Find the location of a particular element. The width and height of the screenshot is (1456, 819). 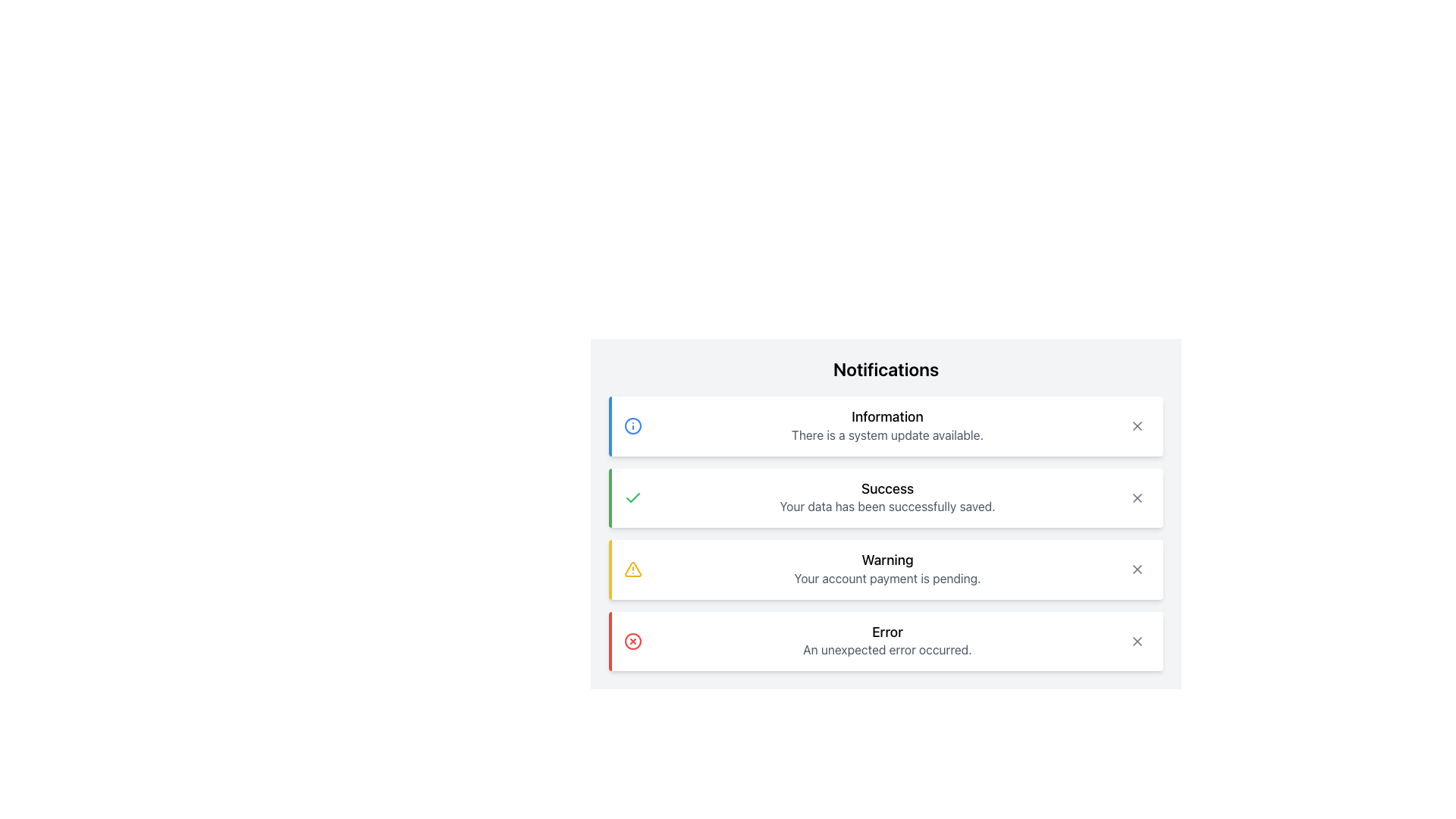

the dismiss button located at the far right corner of the 'Information' notification card is located at coordinates (1137, 426).